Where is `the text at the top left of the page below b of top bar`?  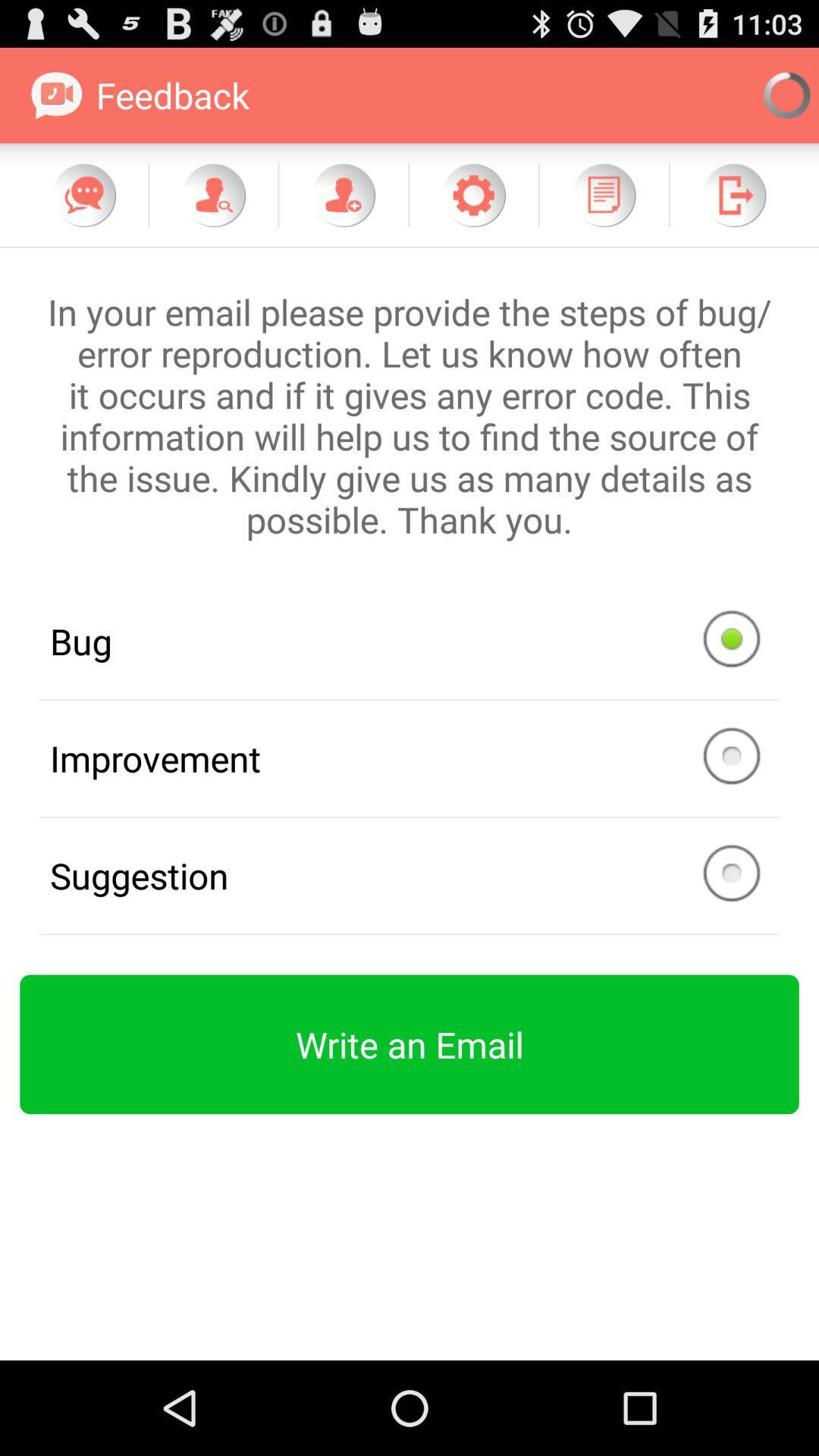
the text at the top left of the page below b of top bar is located at coordinates (140, 94).